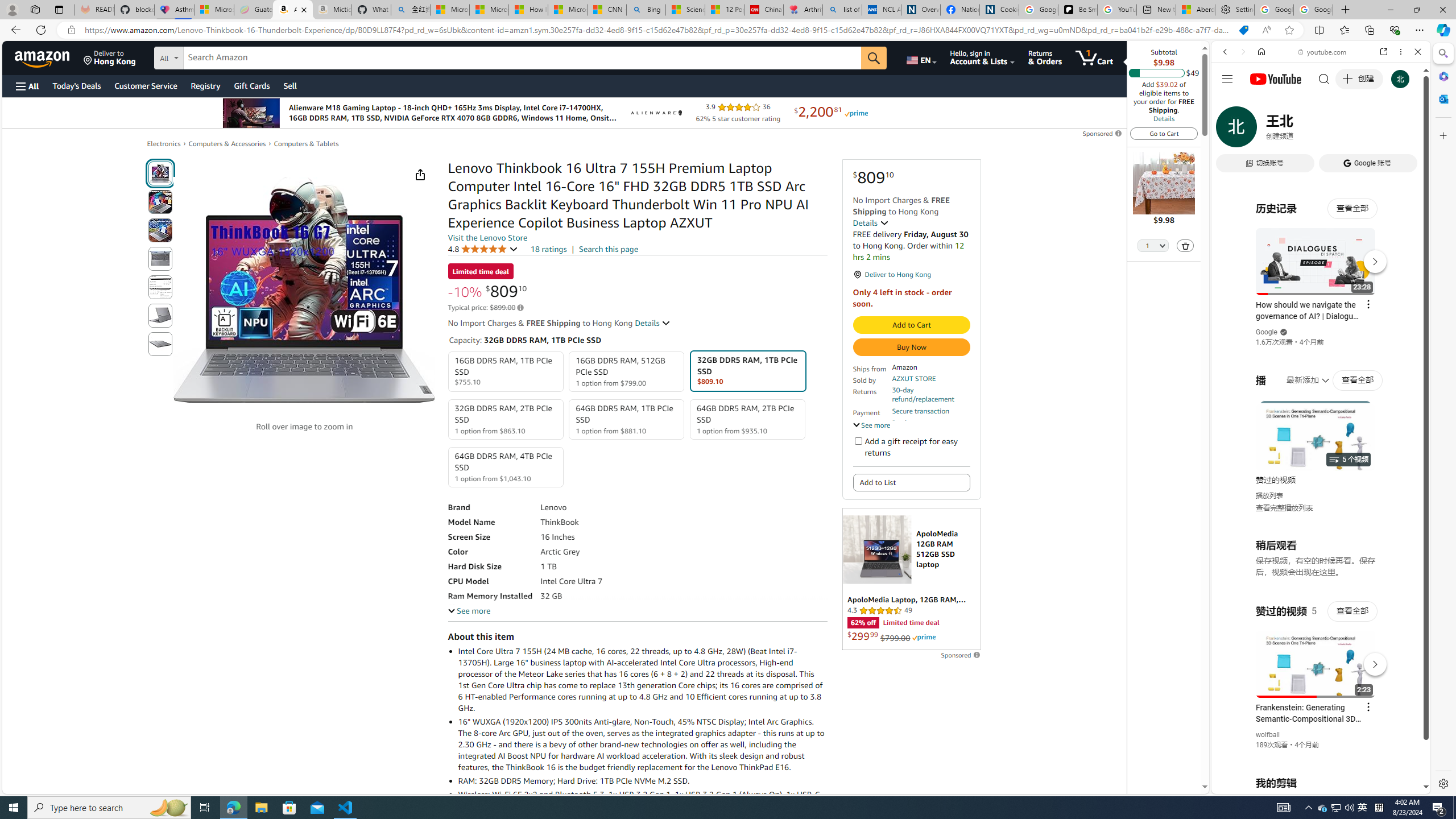 This screenshot has height=819, width=1456. I want to click on 'Collections', so click(1368, 29).